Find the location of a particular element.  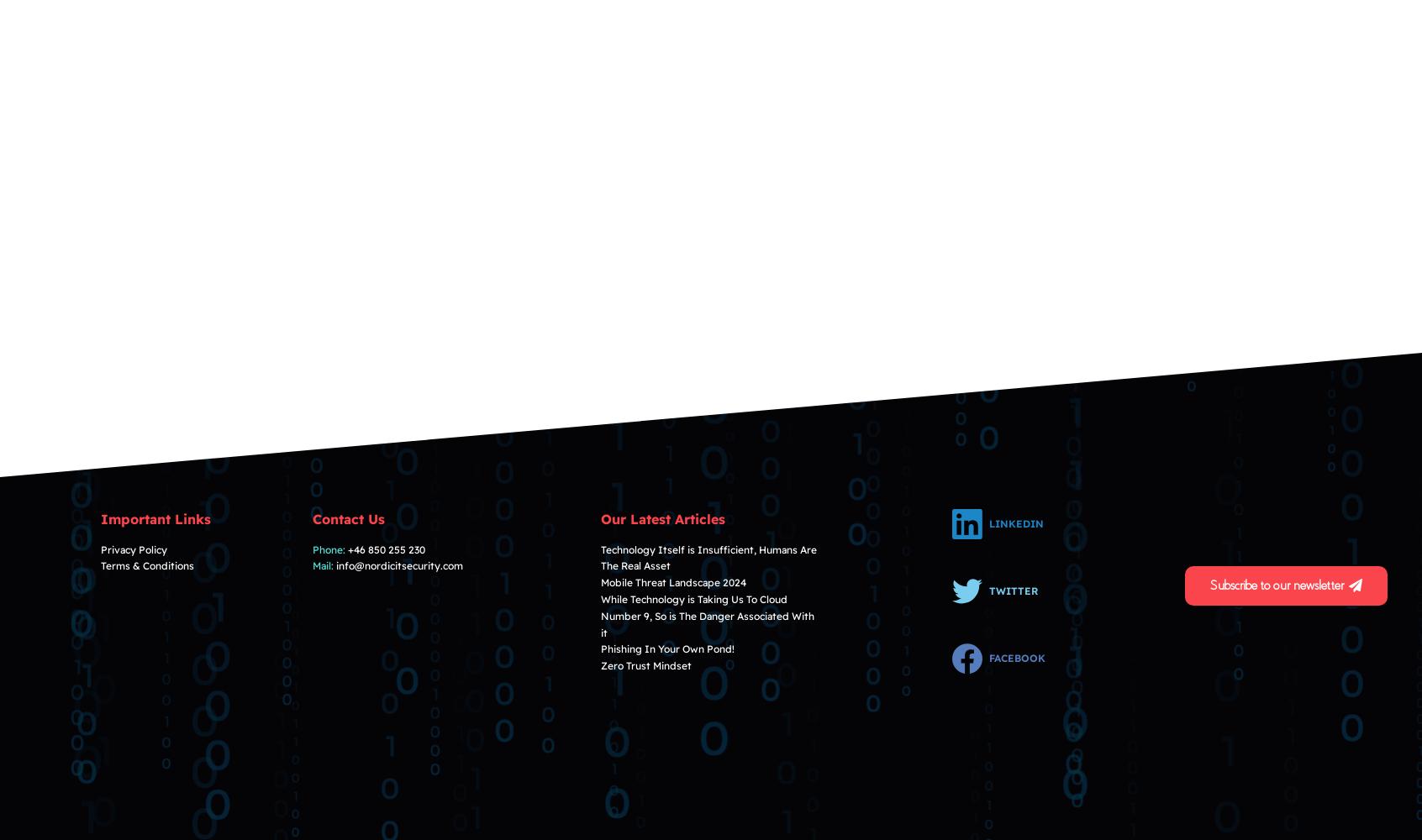

'Contact Us' is located at coordinates (313, 517).